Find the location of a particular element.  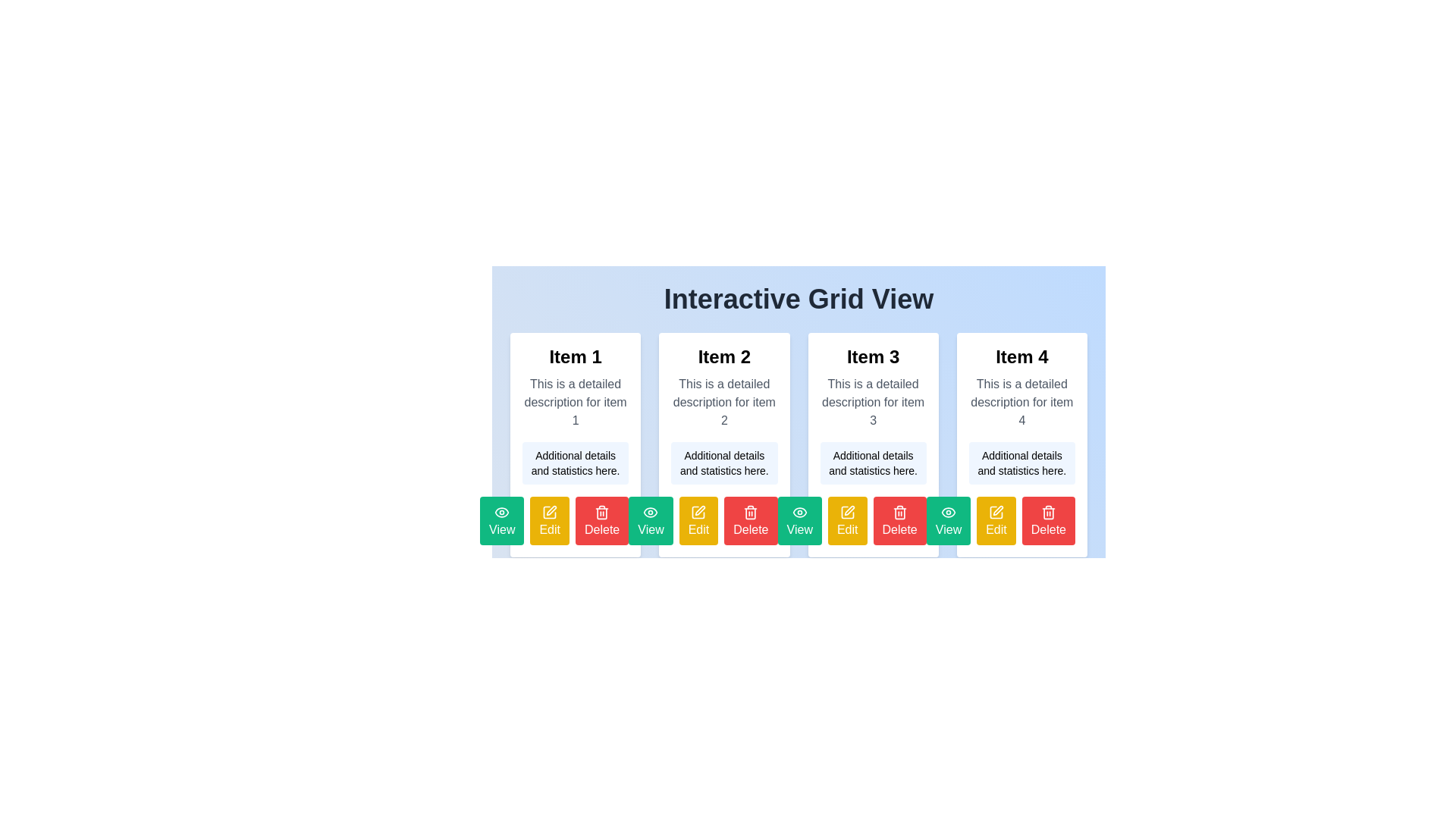

the red 'Delete' button with white text and a trashcan icon, positioned at the bottom of the 'Item 4' card in the action bar is located at coordinates (1021, 519).